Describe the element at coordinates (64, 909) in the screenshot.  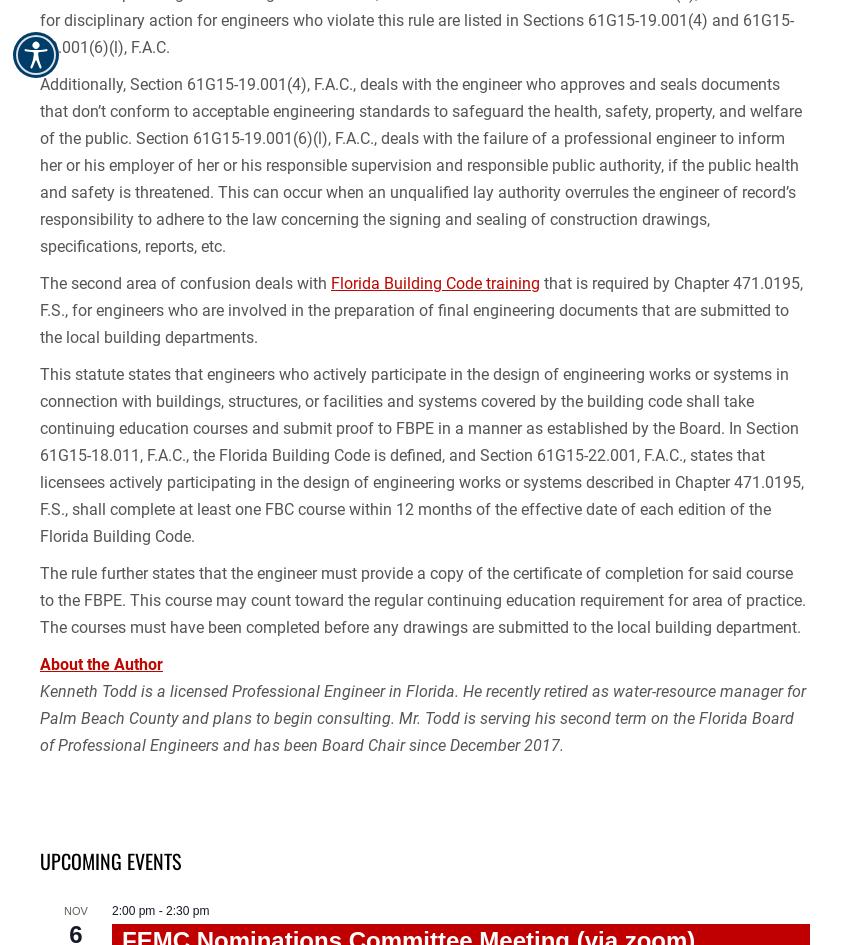
I see `'Nov'` at that location.